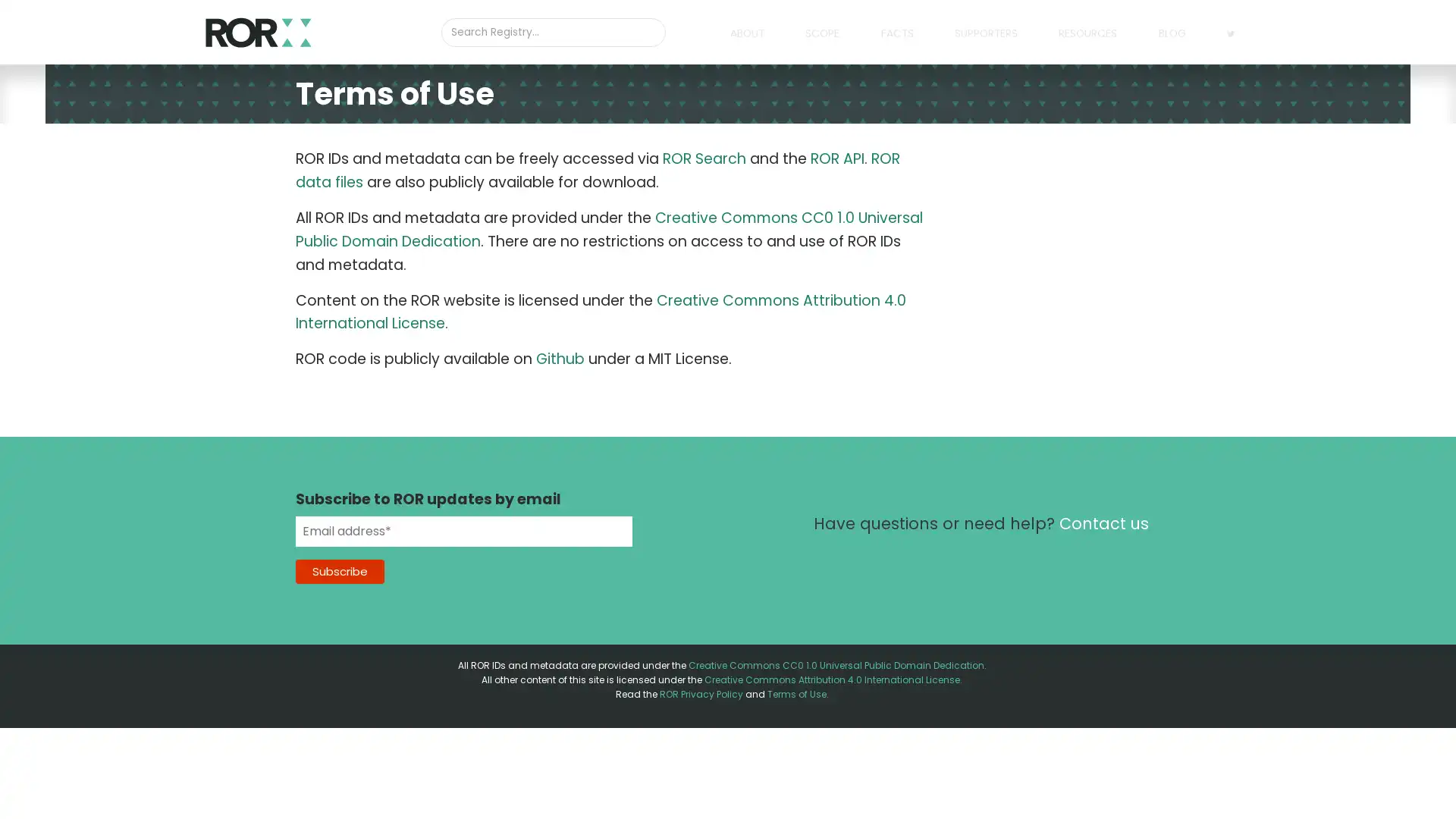 This screenshot has height=819, width=1456. What do you see at coordinates (339, 570) in the screenshot?
I see `Subscribe` at bounding box center [339, 570].